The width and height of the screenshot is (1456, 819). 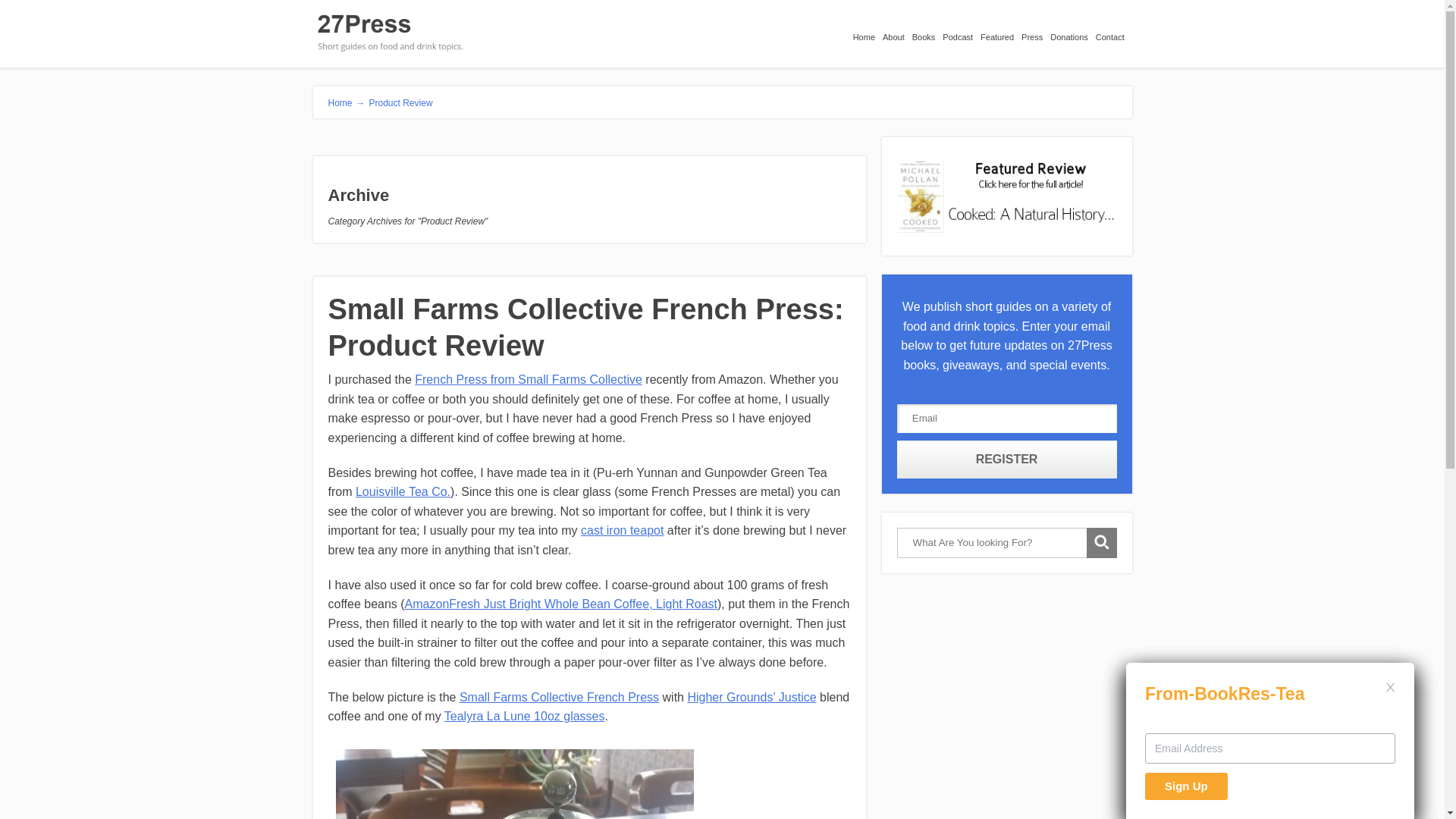 What do you see at coordinates (960, 33) in the screenshot?
I see `'Podcast'` at bounding box center [960, 33].